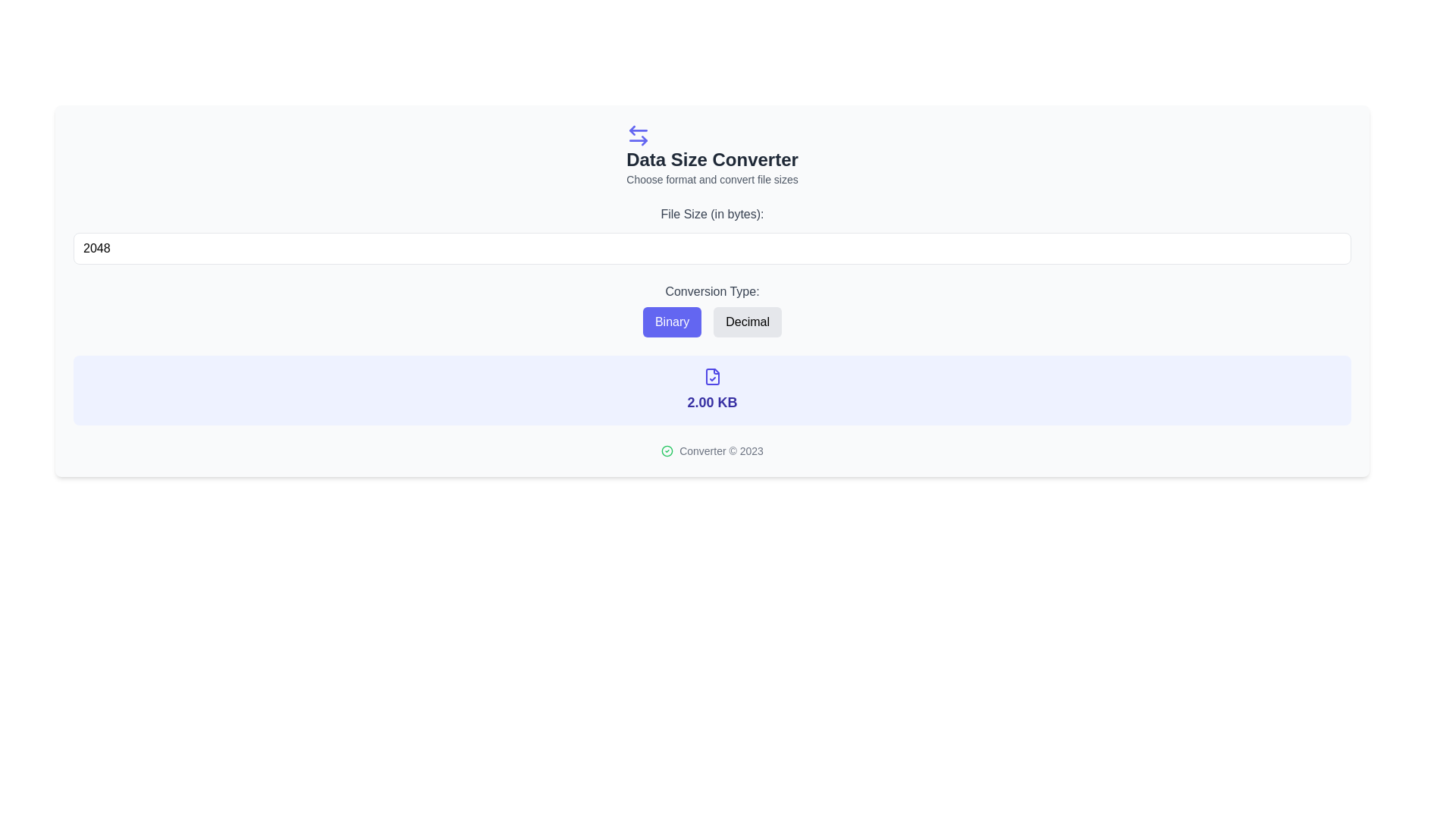 This screenshot has width=1456, height=819. What do you see at coordinates (667, 450) in the screenshot?
I see `the status indicator icon located in the footer section next to the text 'Converter © 2023'` at bounding box center [667, 450].